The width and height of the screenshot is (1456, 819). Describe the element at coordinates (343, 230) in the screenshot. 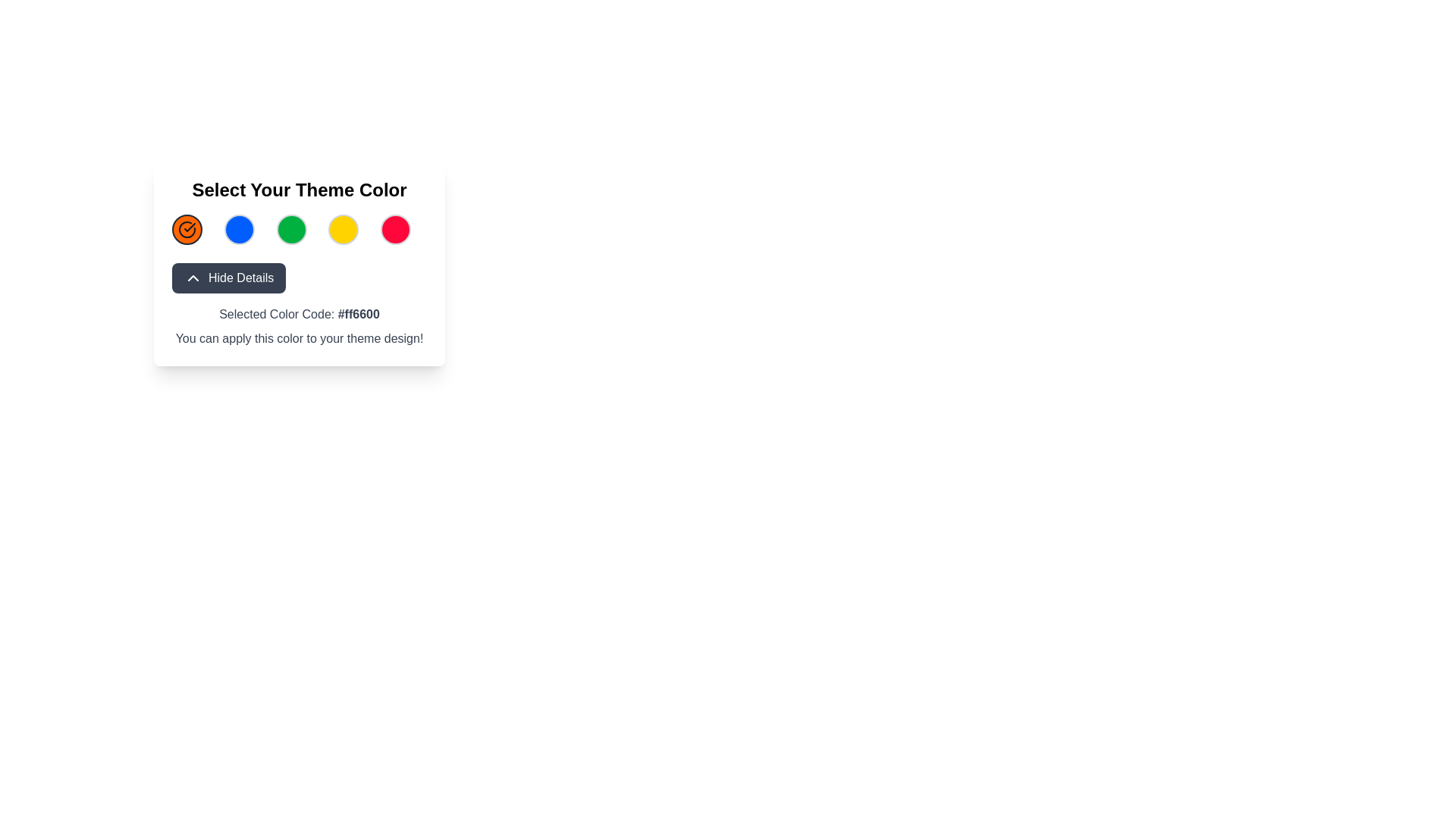

I see `the yellow circular color selection button with a gray border located at the fourth position in the middle row` at that location.